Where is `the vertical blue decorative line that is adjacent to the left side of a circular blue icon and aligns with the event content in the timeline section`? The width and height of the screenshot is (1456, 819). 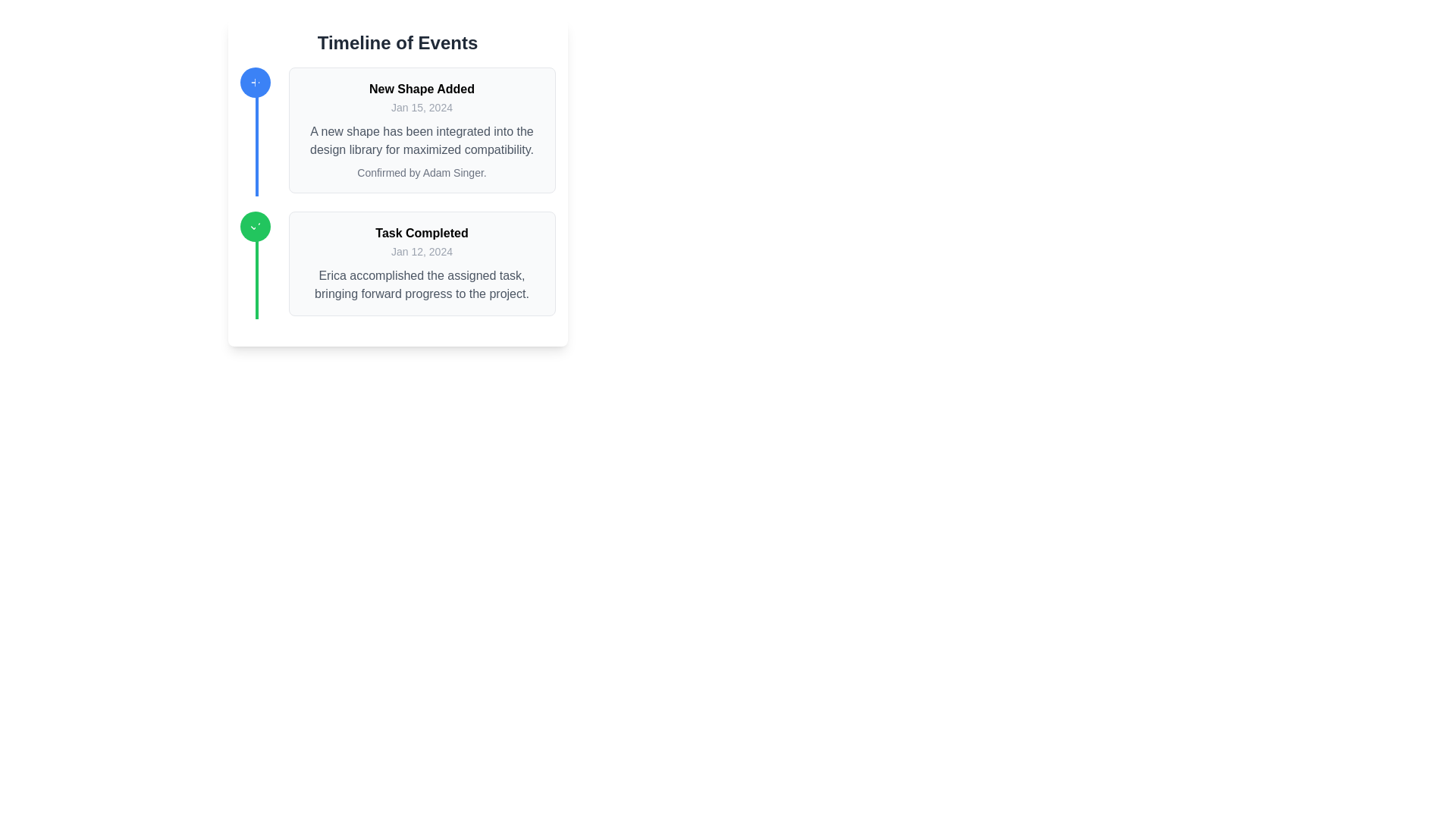
the vertical blue decorative line that is adjacent to the left side of a circular blue icon and aligns with the event content in the timeline section is located at coordinates (256, 133).